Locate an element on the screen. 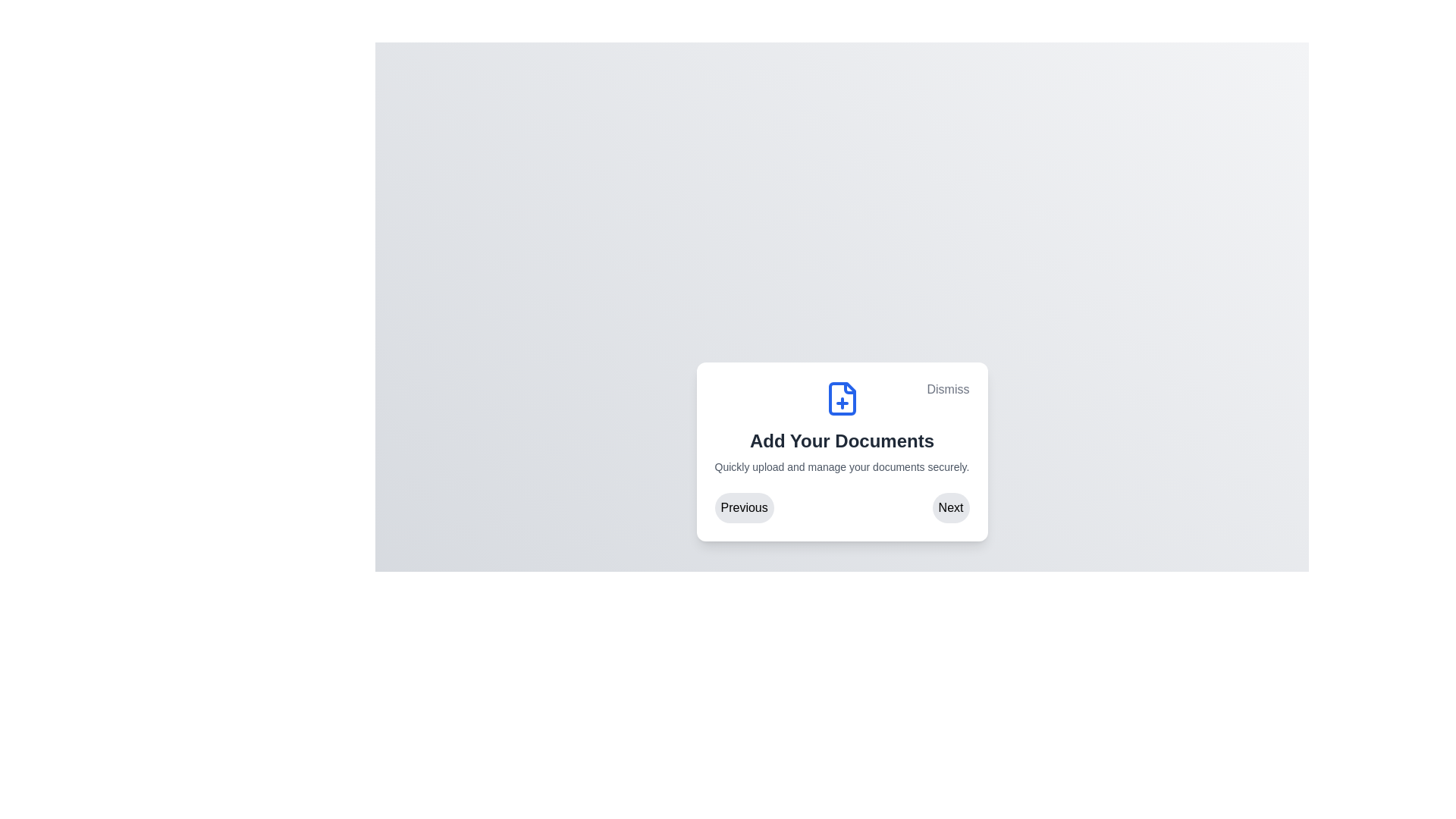  the document upload icon located above the 'Add Your Documents' title in the modal dialog box is located at coordinates (841, 397).